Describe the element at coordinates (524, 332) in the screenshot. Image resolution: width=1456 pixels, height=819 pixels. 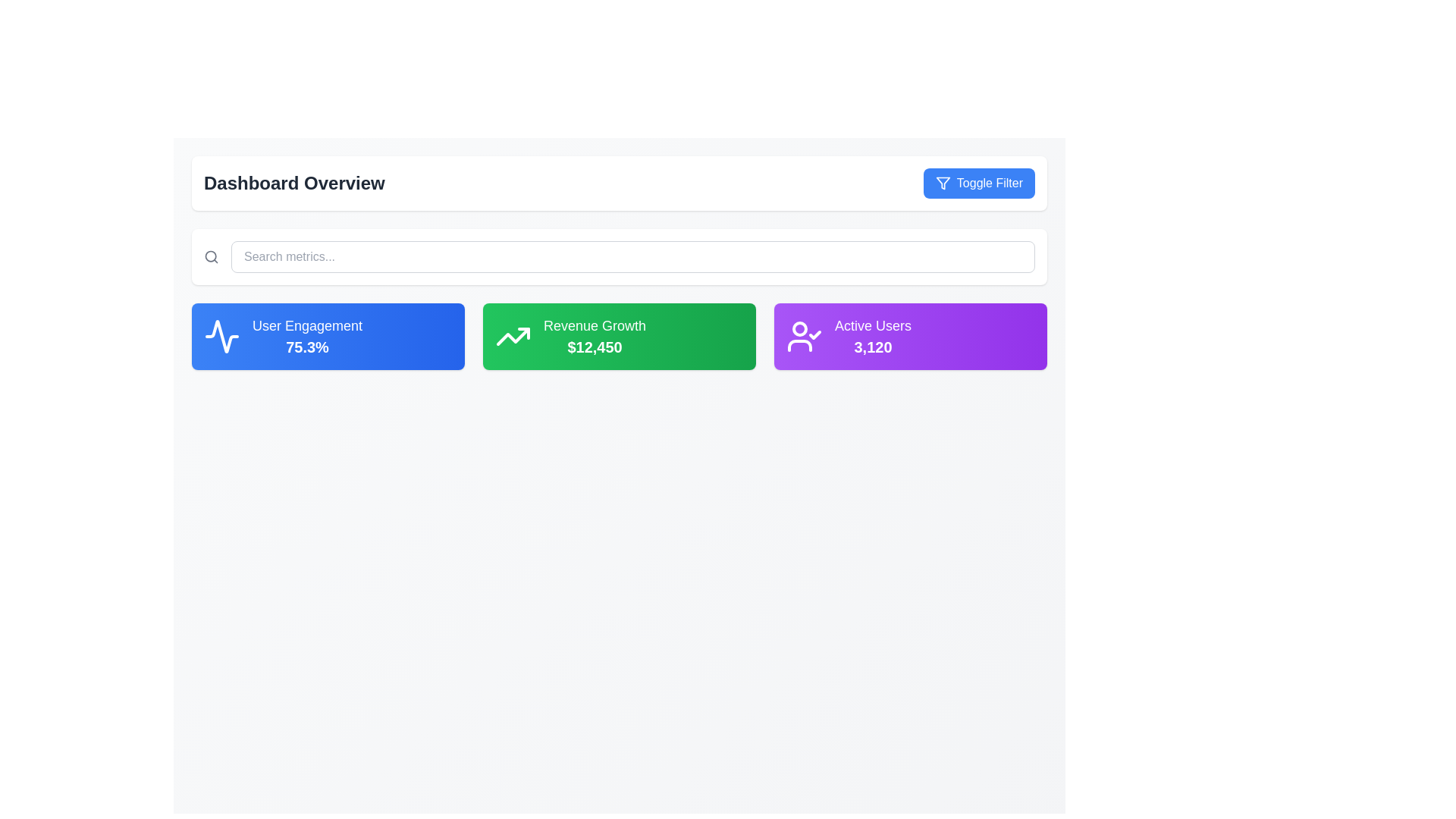
I see `the graphic element within the green tile labeled 'Revenue Growth', which serves as a visual cue for upward growth, located near its top-right section` at that location.